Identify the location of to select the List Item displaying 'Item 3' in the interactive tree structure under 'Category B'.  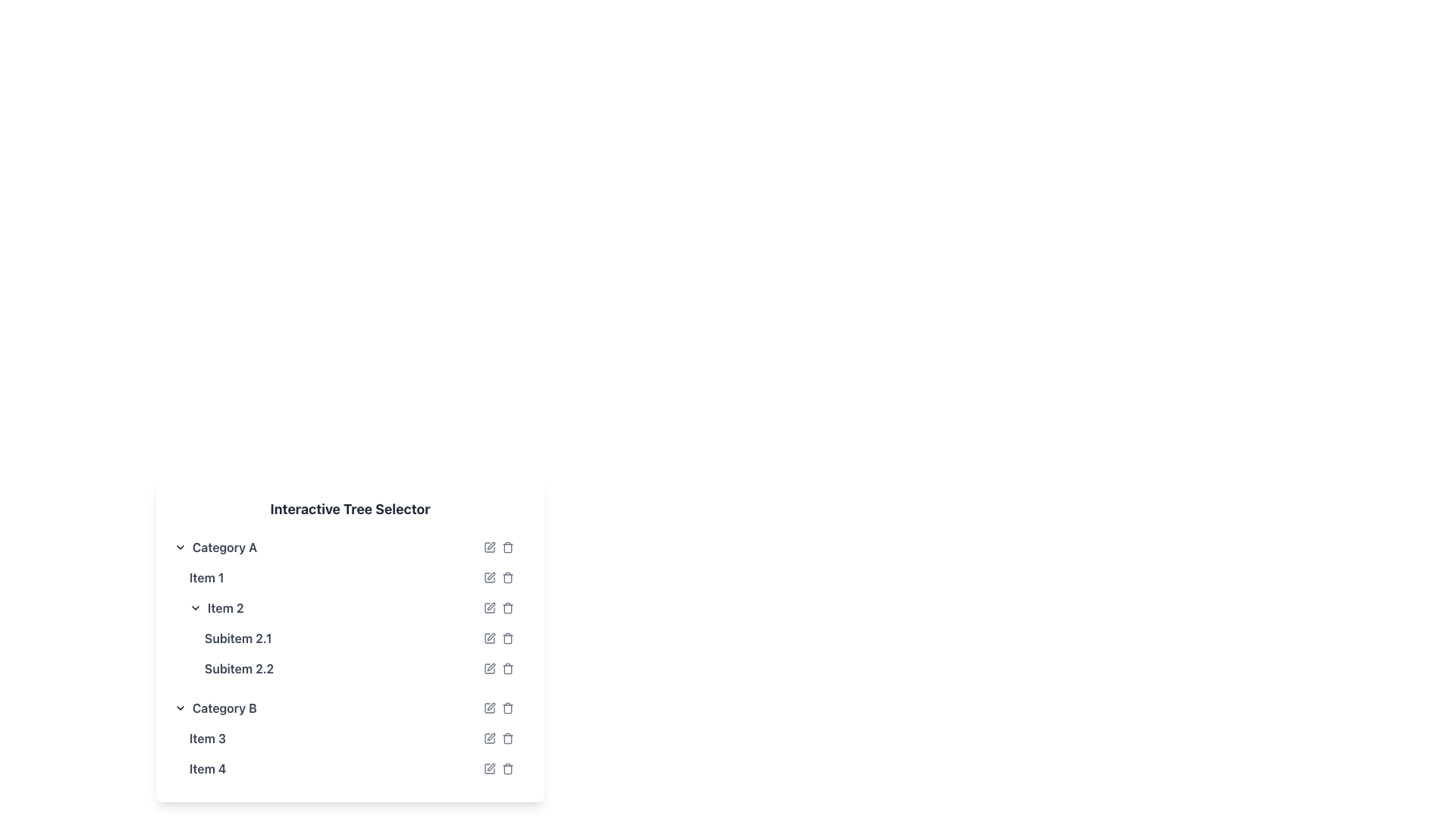
(349, 738).